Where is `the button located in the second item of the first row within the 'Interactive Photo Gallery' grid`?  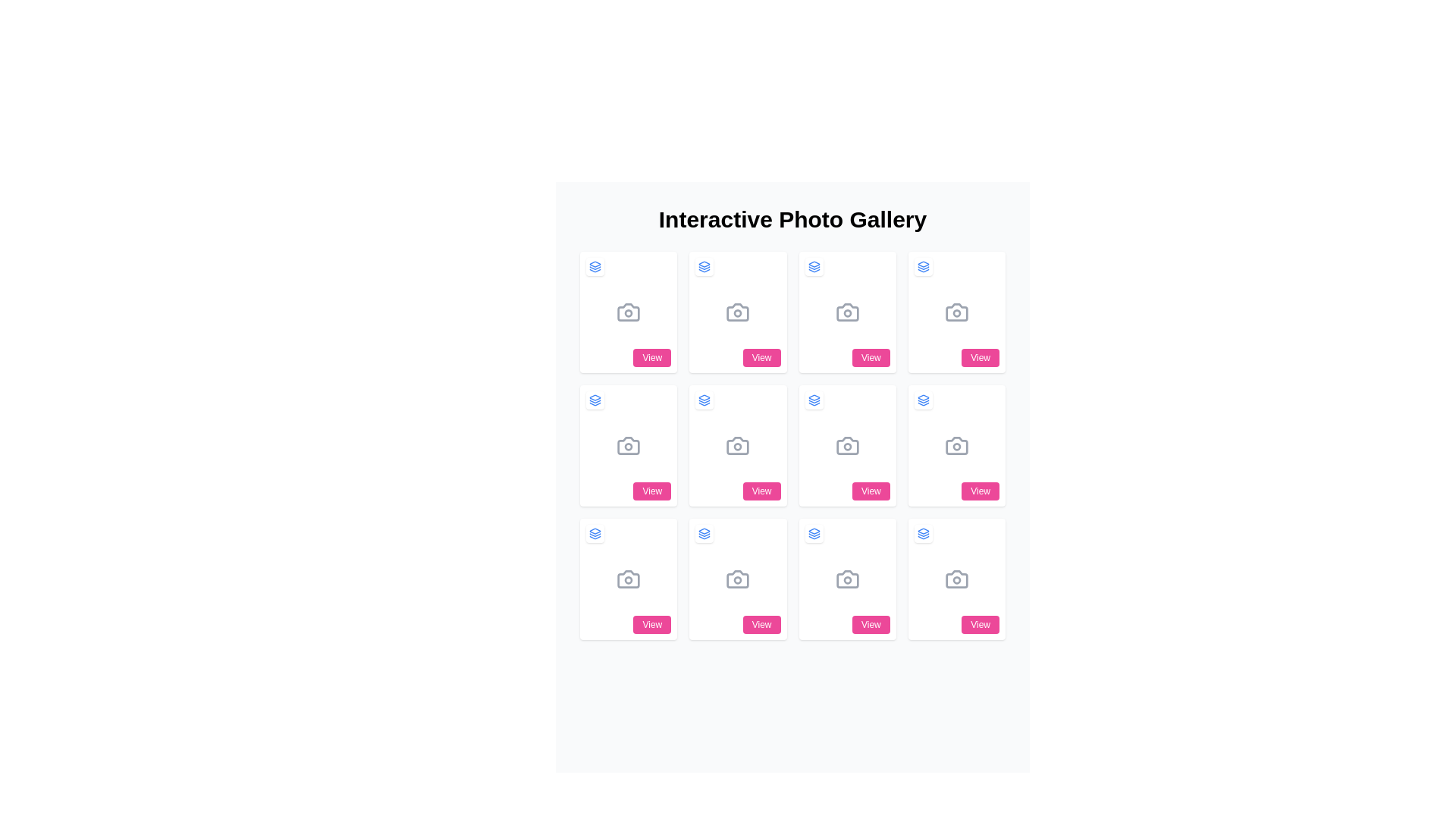
the button located in the second item of the first row within the 'Interactive Photo Gallery' grid is located at coordinates (738, 312).